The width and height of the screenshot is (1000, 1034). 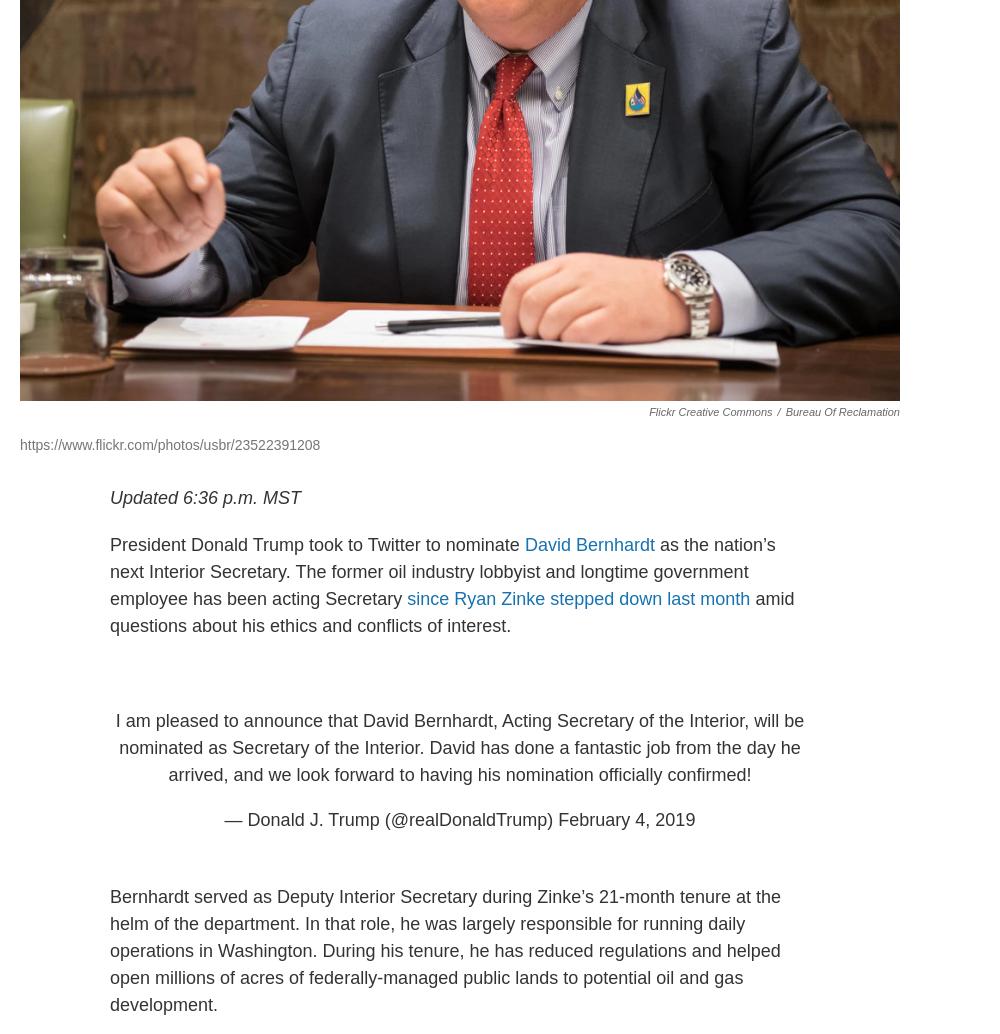 I want to click on '— Donald J. Trump (@realDonaldTrump)', so click(x=223, y=818).